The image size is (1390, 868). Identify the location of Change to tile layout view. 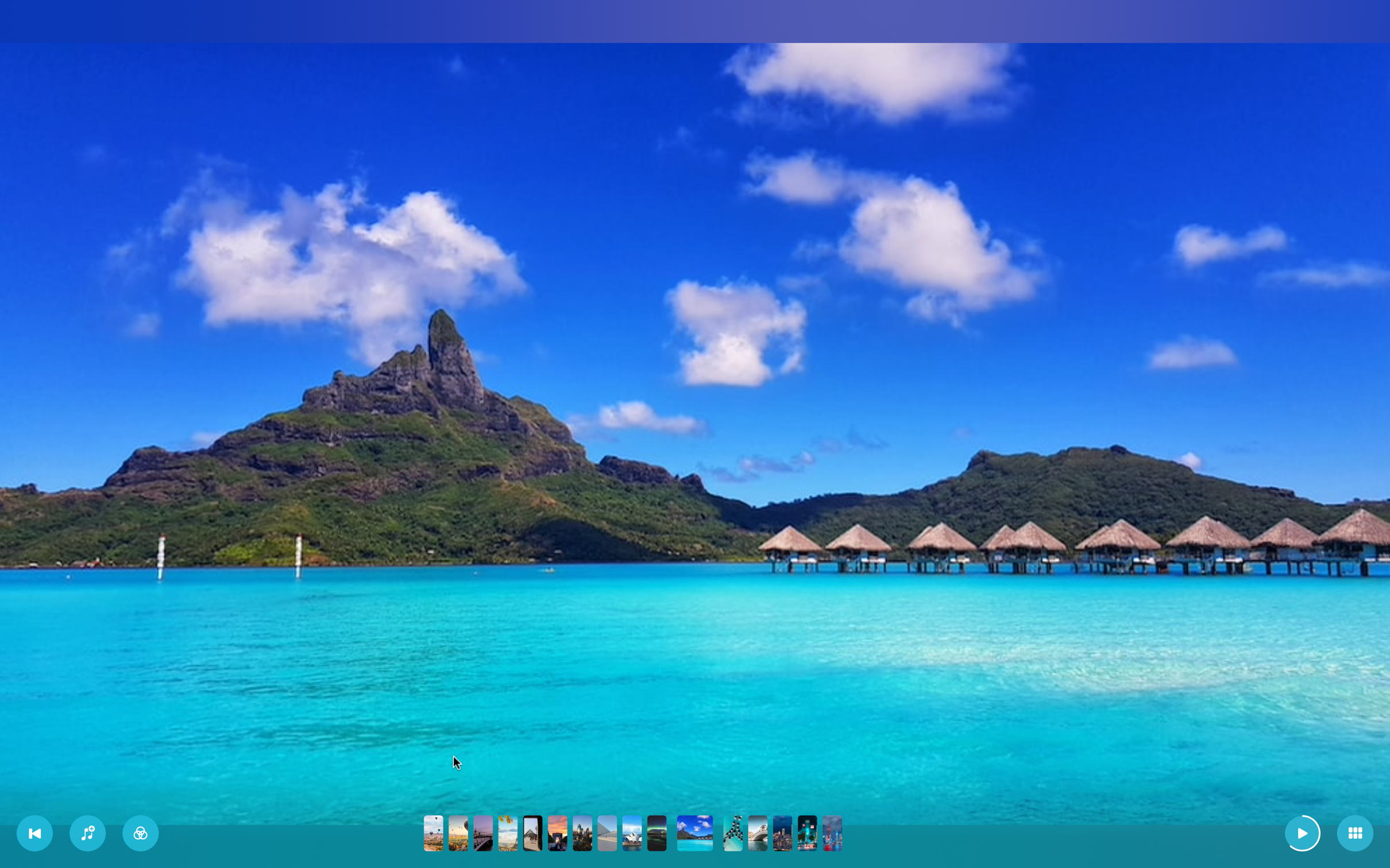
(1355, 834).